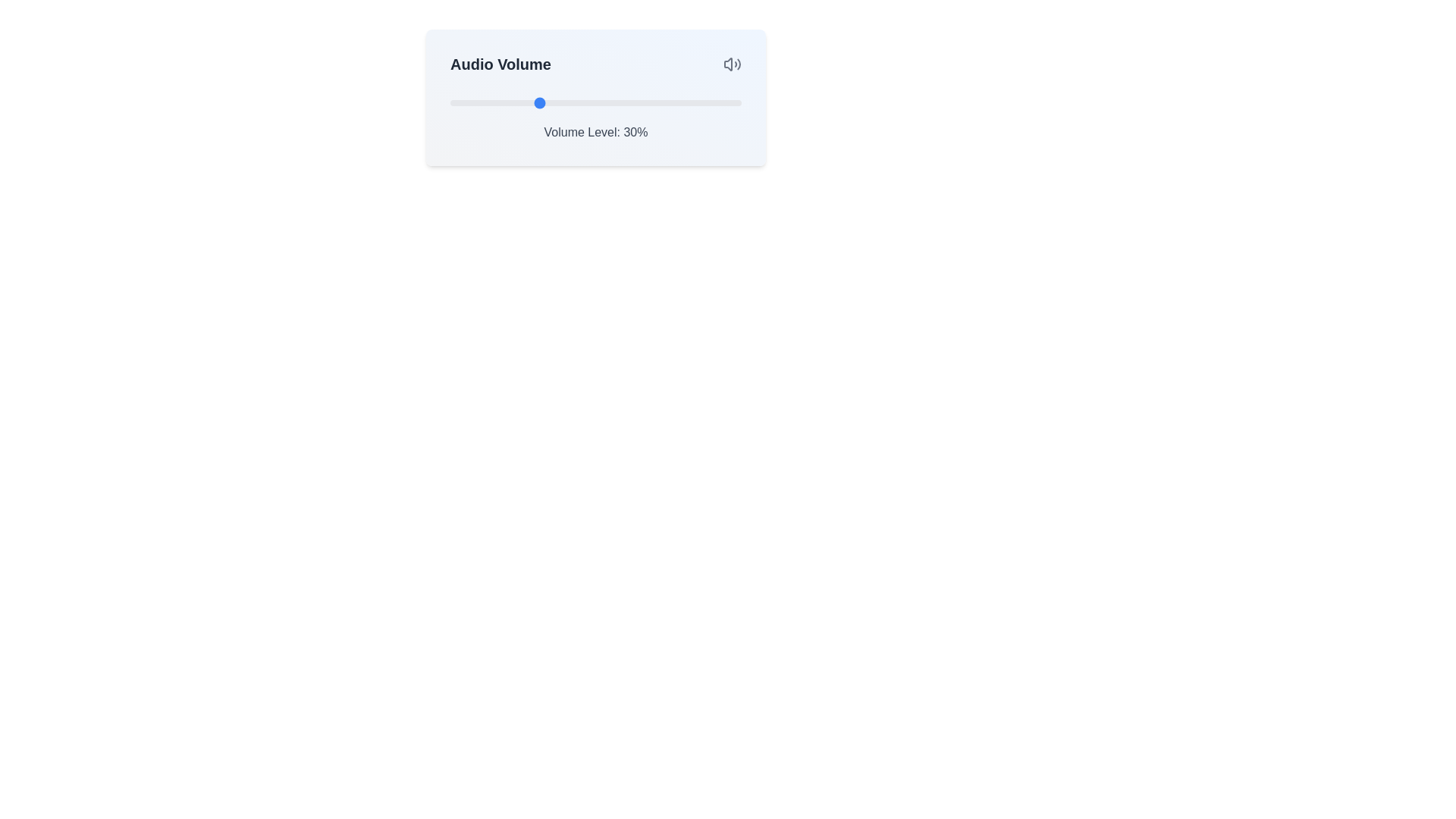  I want to click on audio volume, so click(598, 102).